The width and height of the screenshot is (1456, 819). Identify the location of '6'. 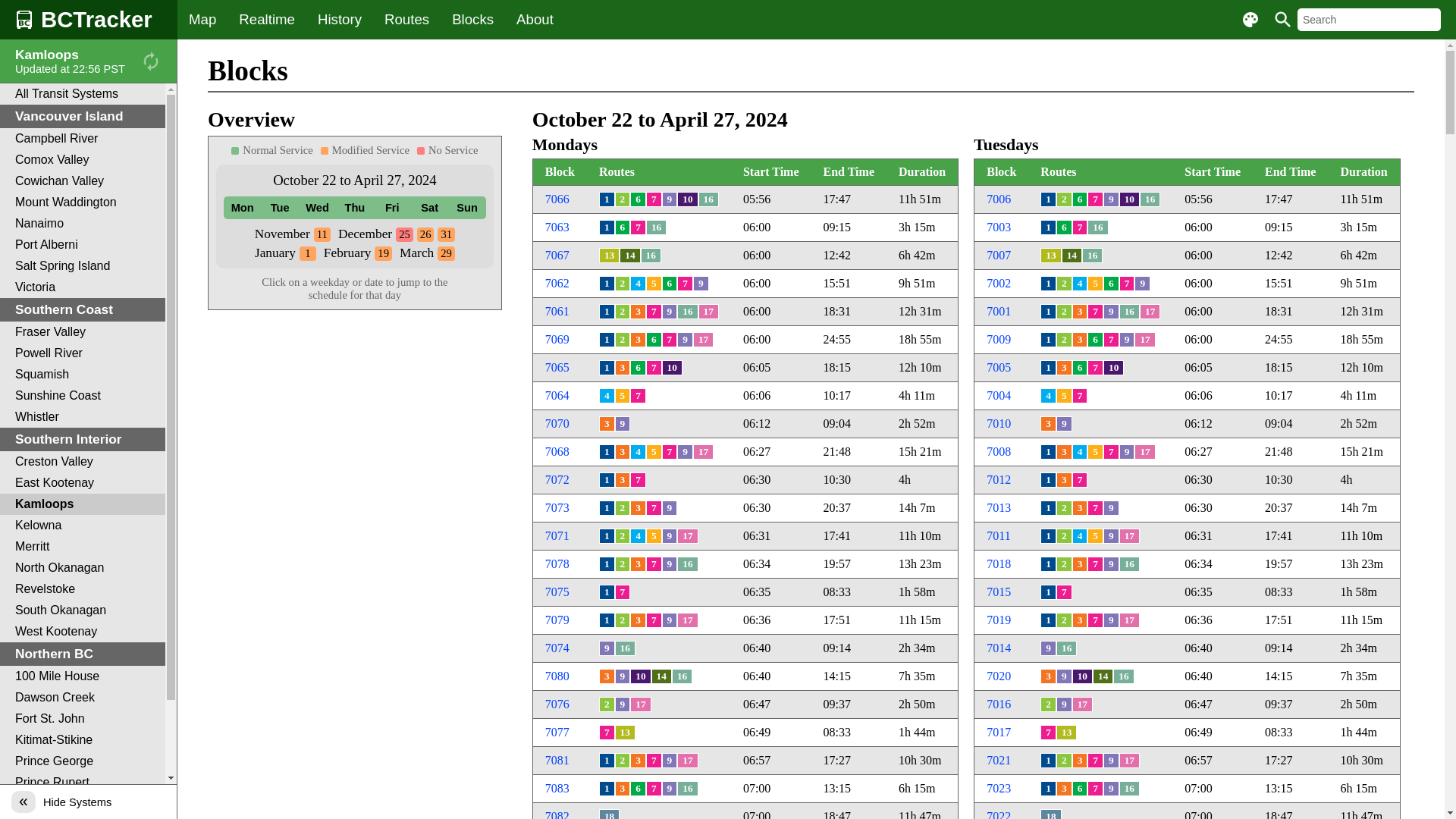
(1079, 198).